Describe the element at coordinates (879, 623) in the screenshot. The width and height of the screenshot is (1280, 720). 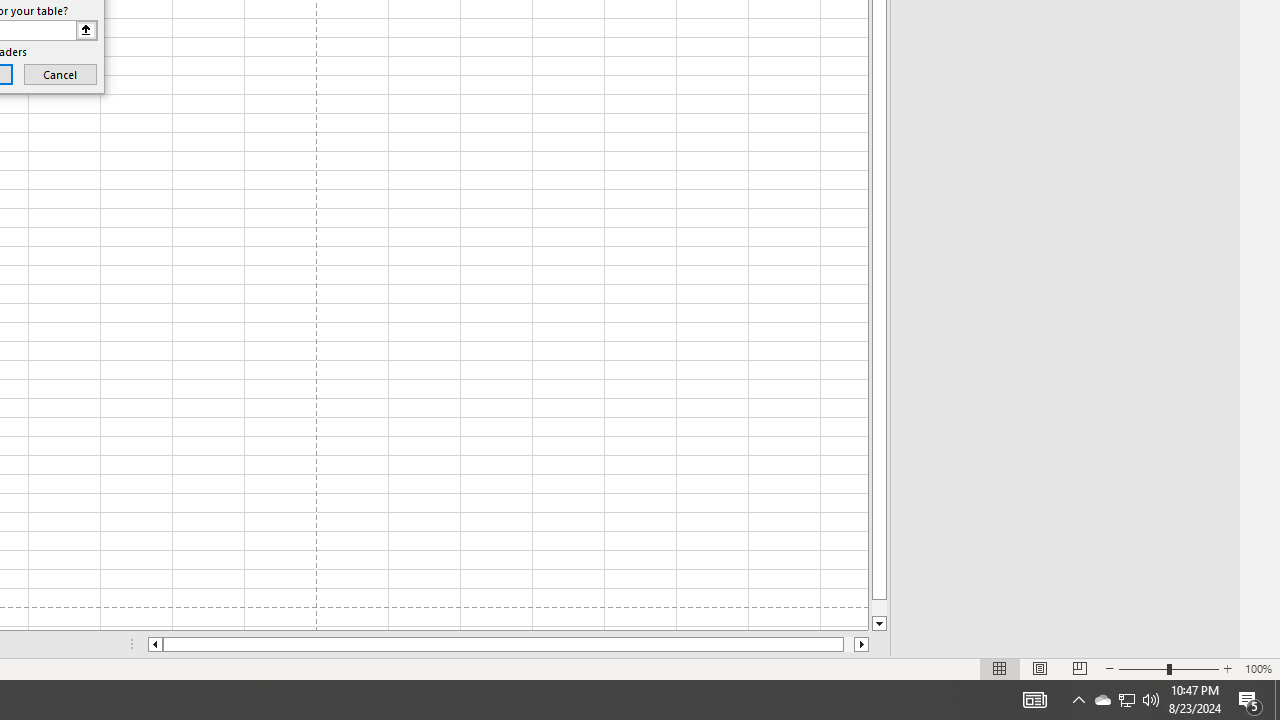
I see `'Line down'` at that location.